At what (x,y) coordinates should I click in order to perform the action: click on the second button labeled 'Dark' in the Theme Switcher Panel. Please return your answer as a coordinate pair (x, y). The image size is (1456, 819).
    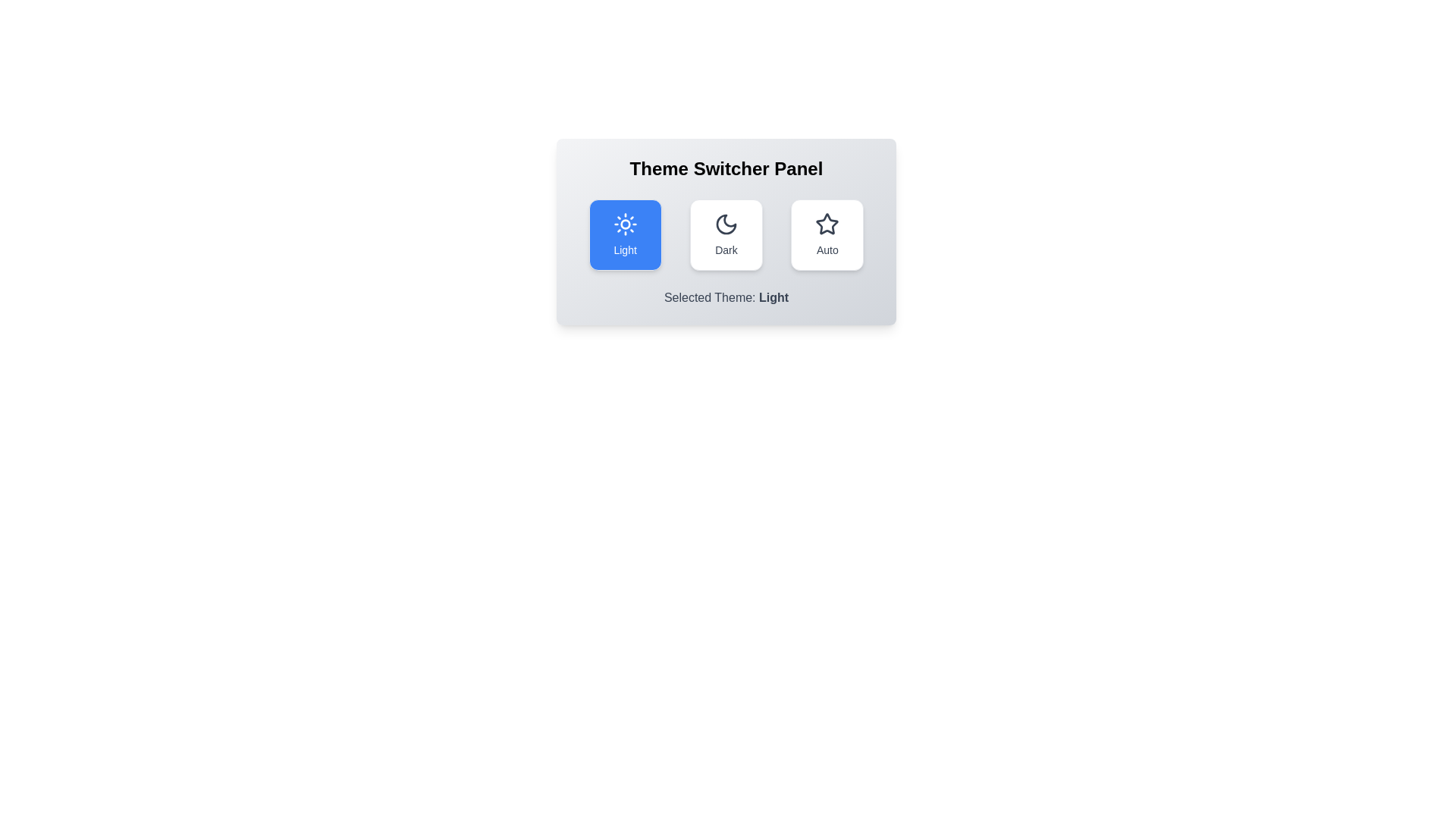
    Looking at the image, I should click on (726, 234).